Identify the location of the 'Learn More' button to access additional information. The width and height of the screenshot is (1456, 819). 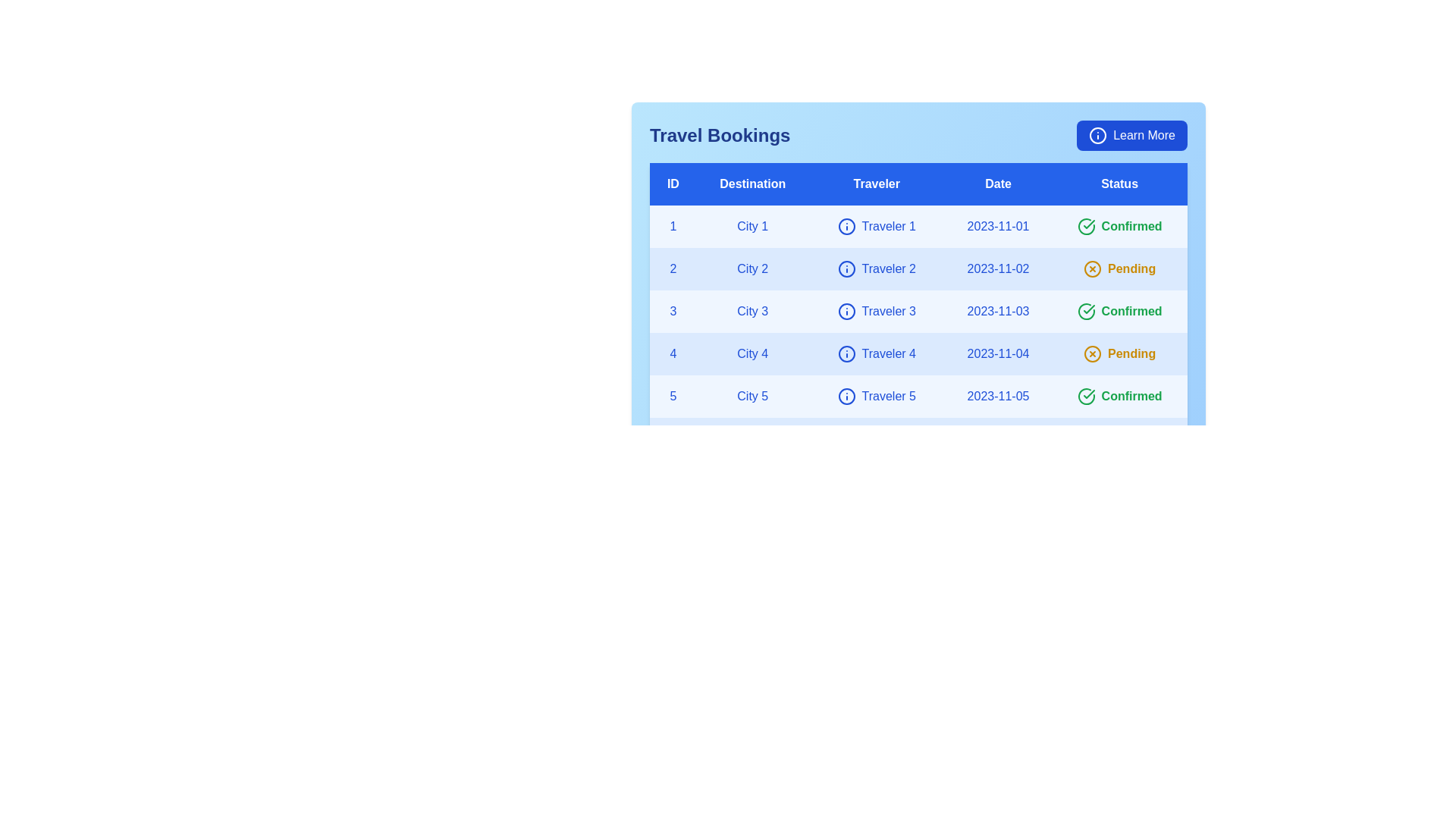
(1132, 134).